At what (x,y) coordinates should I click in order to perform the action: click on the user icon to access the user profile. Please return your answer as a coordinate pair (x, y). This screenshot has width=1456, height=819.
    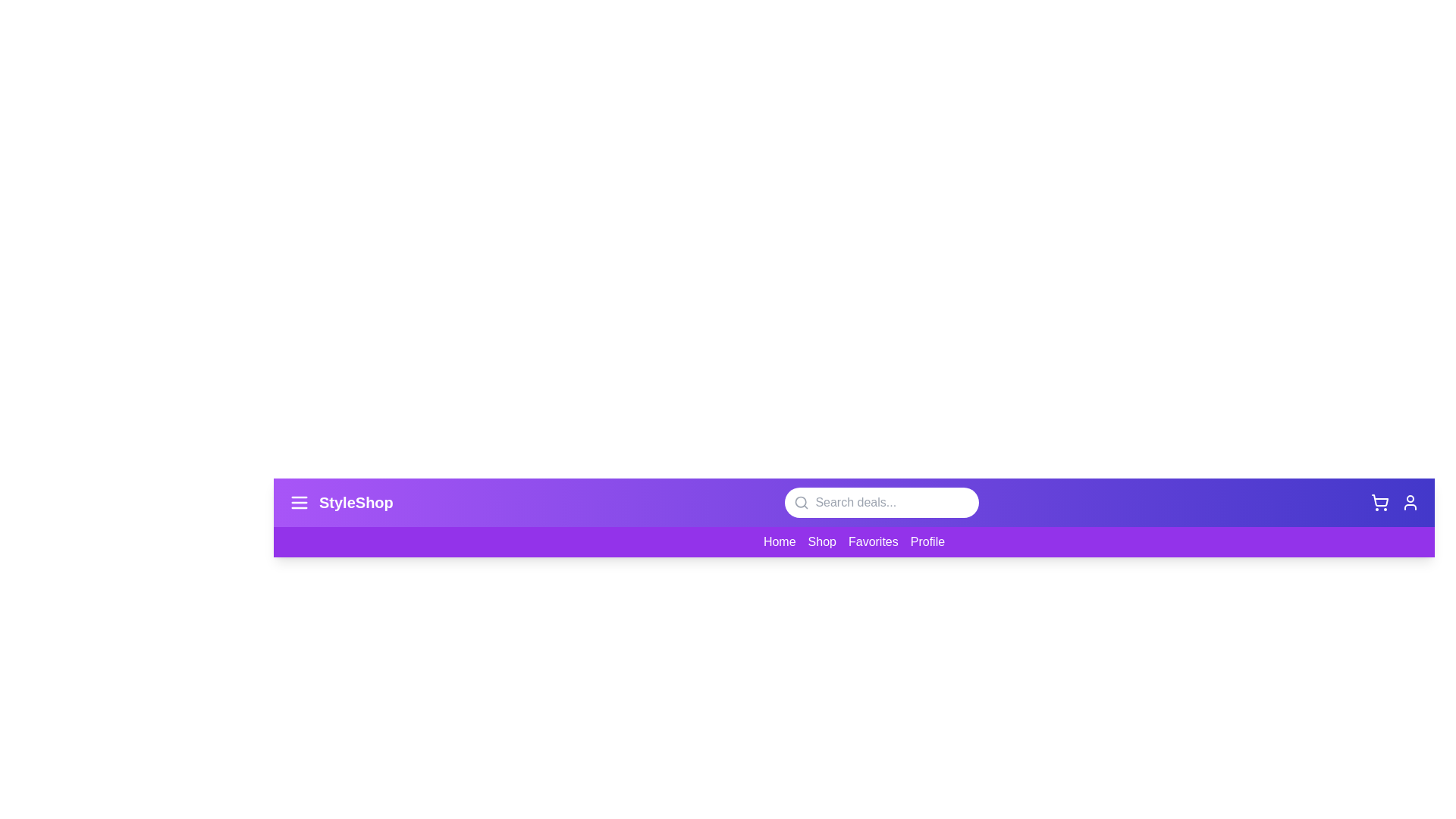
    Looking at the image, I should click on (1409, 503).